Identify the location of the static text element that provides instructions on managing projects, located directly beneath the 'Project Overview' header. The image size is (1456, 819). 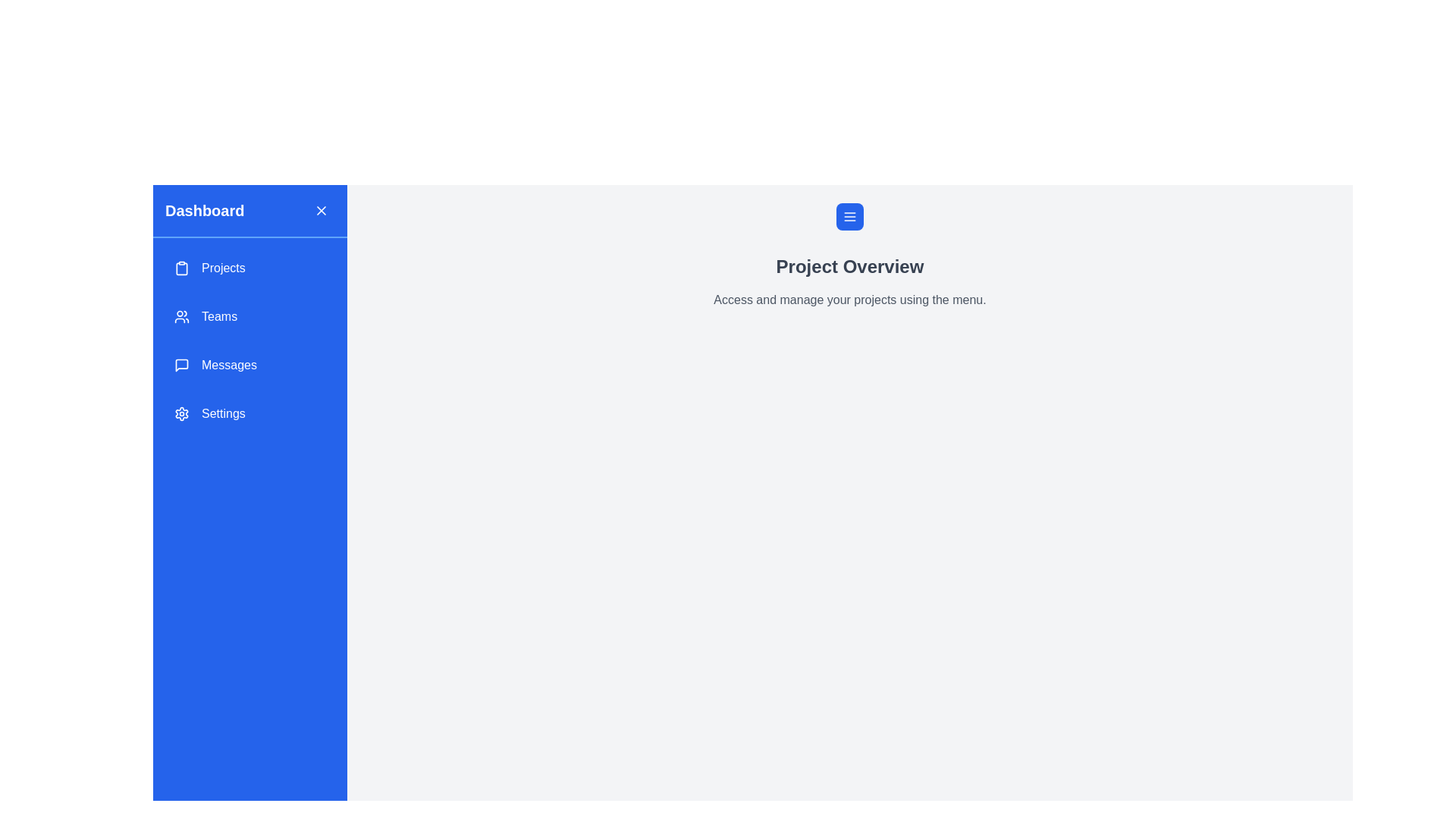
(850, 300).